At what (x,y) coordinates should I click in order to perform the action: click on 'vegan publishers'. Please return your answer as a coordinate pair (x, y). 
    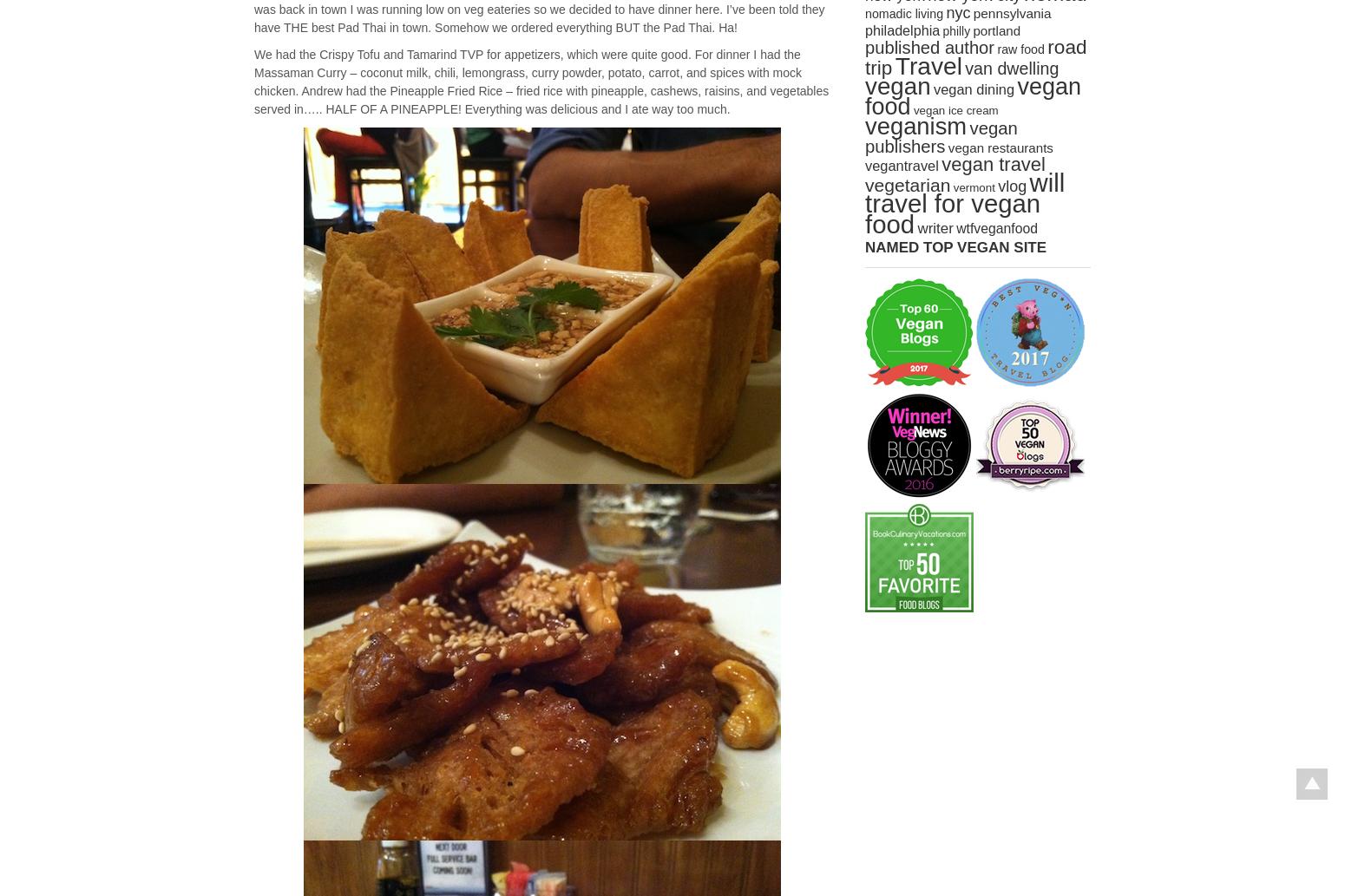
    Looking at the image, I should click on (941, 137).